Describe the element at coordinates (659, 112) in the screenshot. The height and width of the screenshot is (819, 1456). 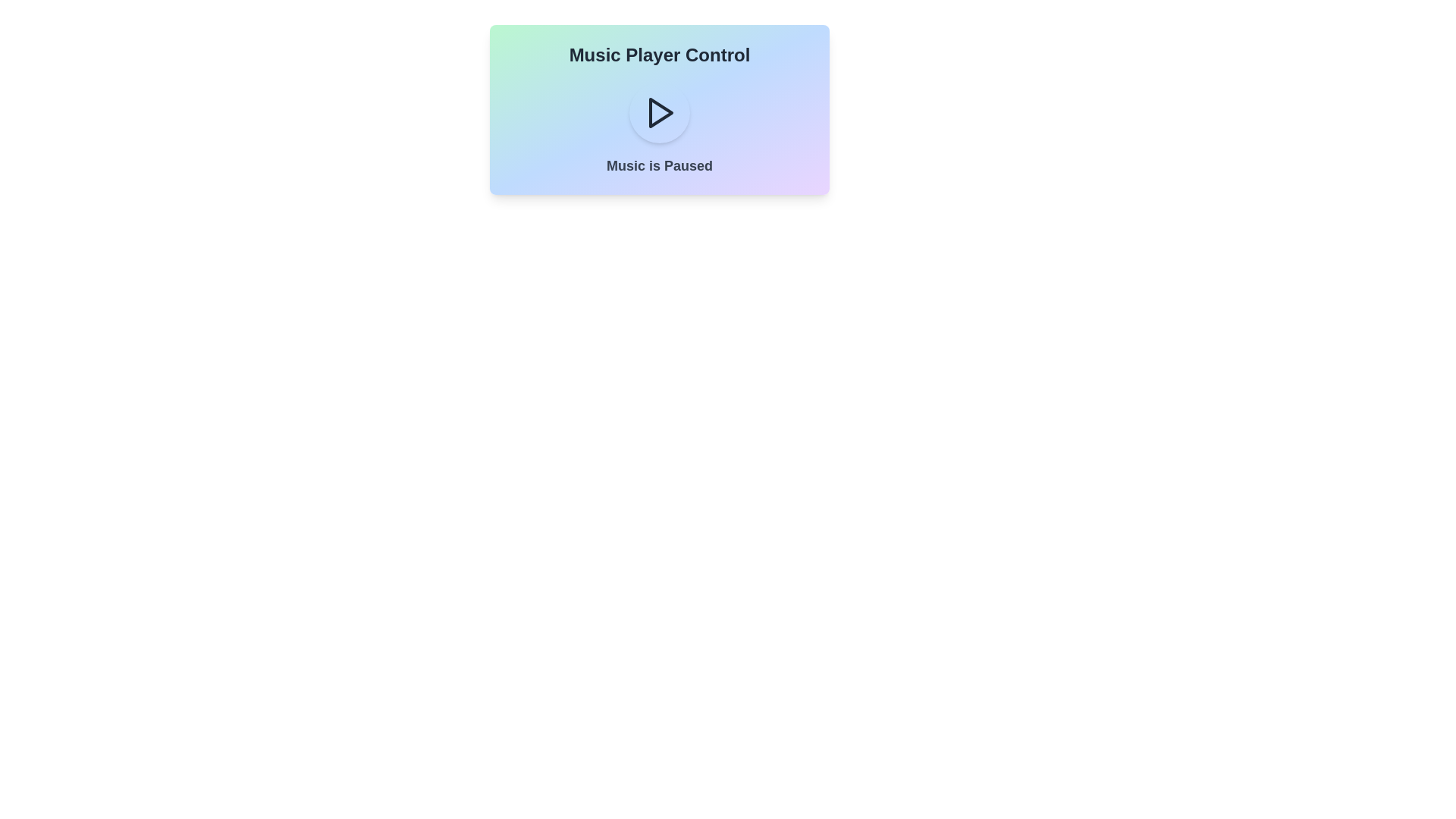
I see `the play/pause button to toggle the music player state` at that location.